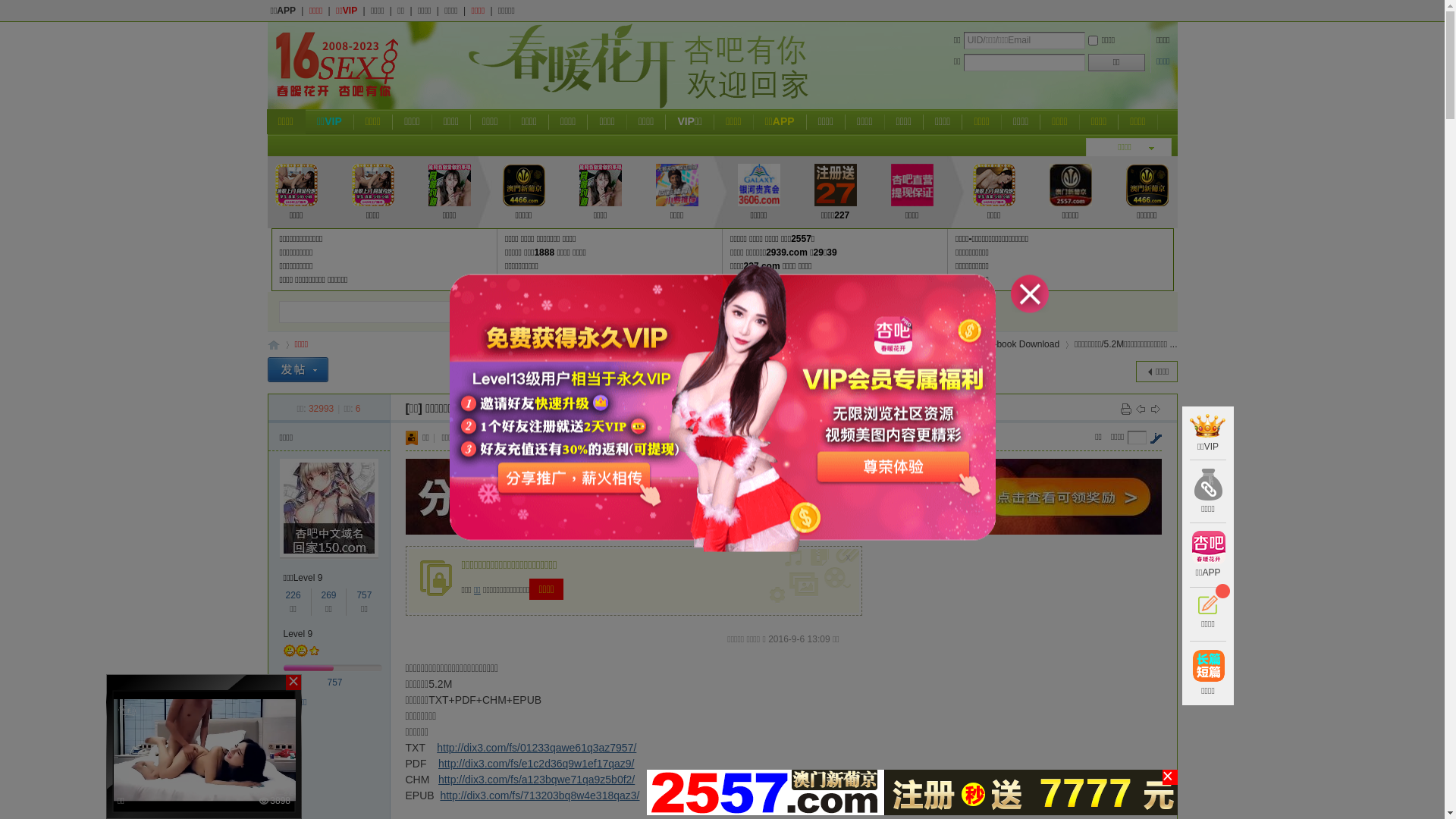 Image resolution: width=1456 pixels, height=819 pixels. Describe the element at coordinates (307, 578) in the screenshot. I see `'Level 9'` at that location.